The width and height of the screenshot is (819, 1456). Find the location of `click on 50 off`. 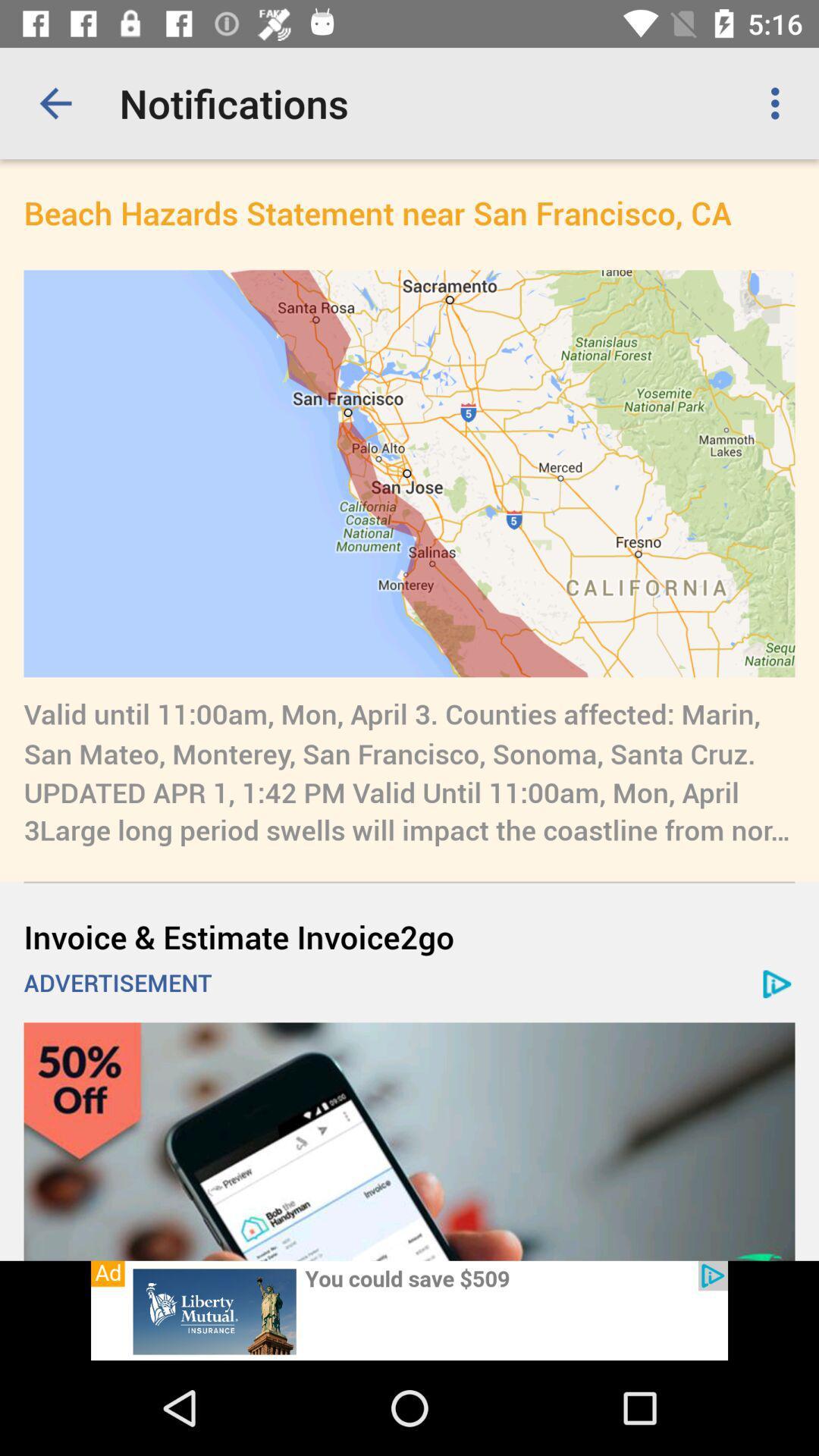

click on 50 off is located at coordinates (409, 1141).